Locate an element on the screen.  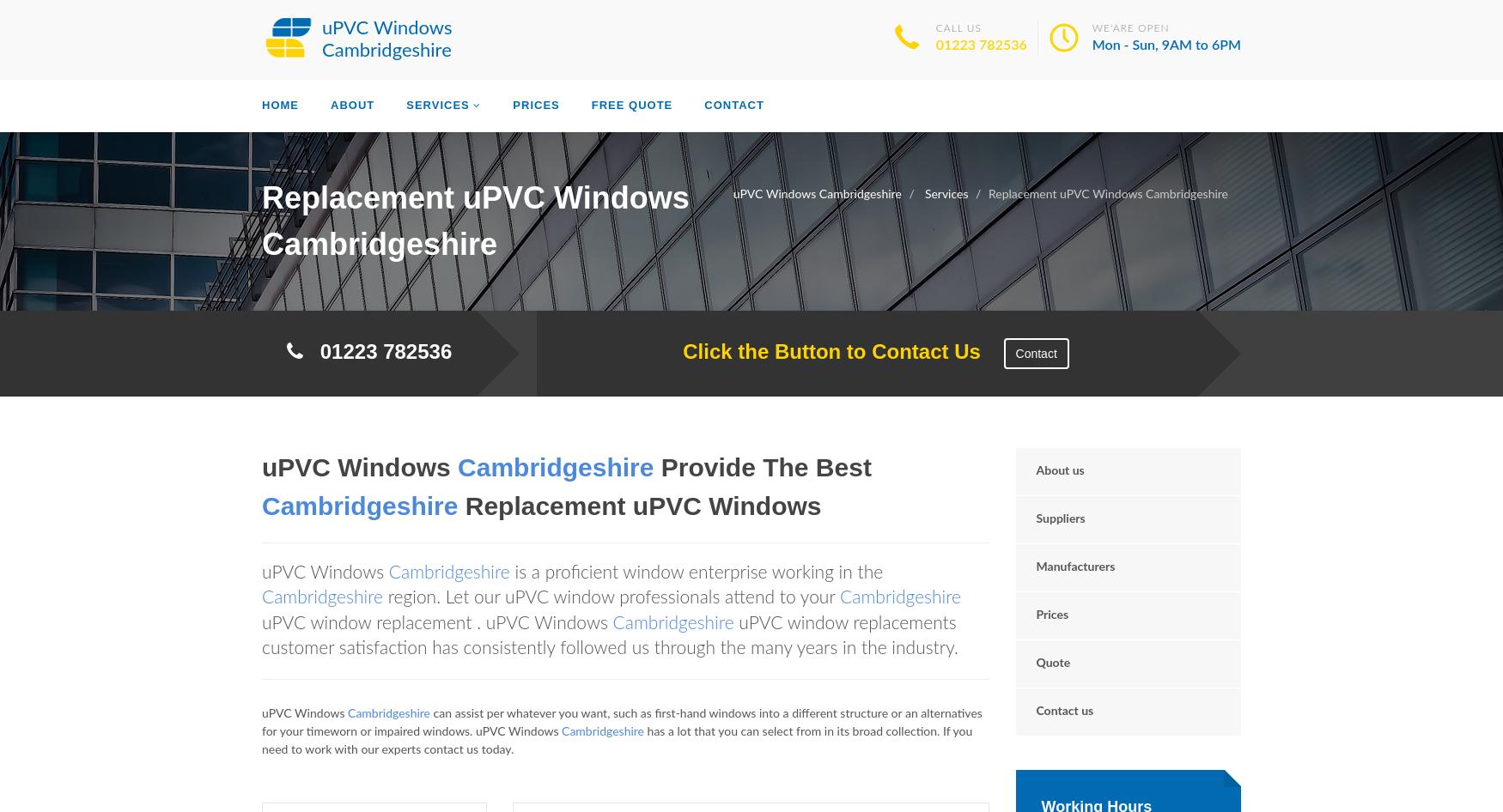
'Replacement uPVC Windows Cambridgeshire' is located at coordinates (474, 220).